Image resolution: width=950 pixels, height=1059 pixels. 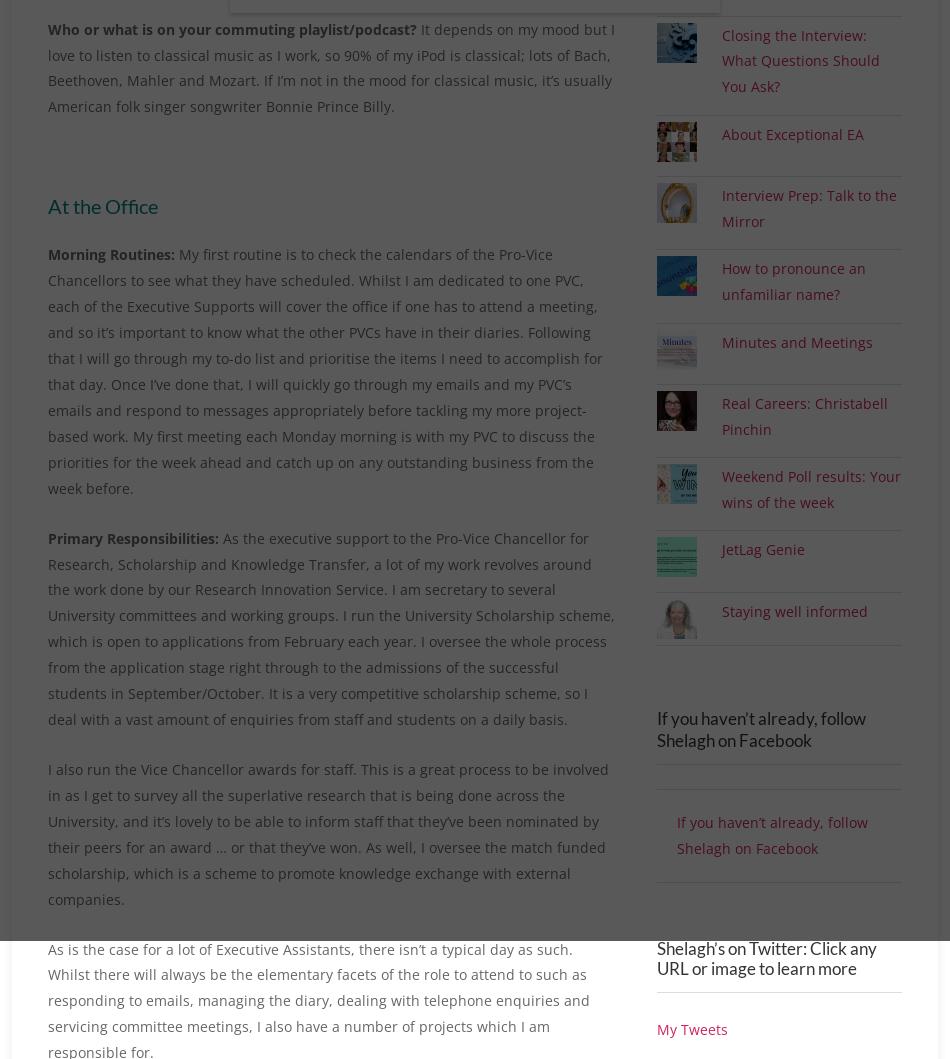 I want to click on 'It depends on my mood but I love to listen to classical music as I work, so 90% of my iPod is classical; lots of Bach, Beethoven, Mahler and Mozart. If I’m not in the mood for classical music, it’s usually American folk singer songwriter Bonnie Prince Billy.', so click(x=330, y=67).